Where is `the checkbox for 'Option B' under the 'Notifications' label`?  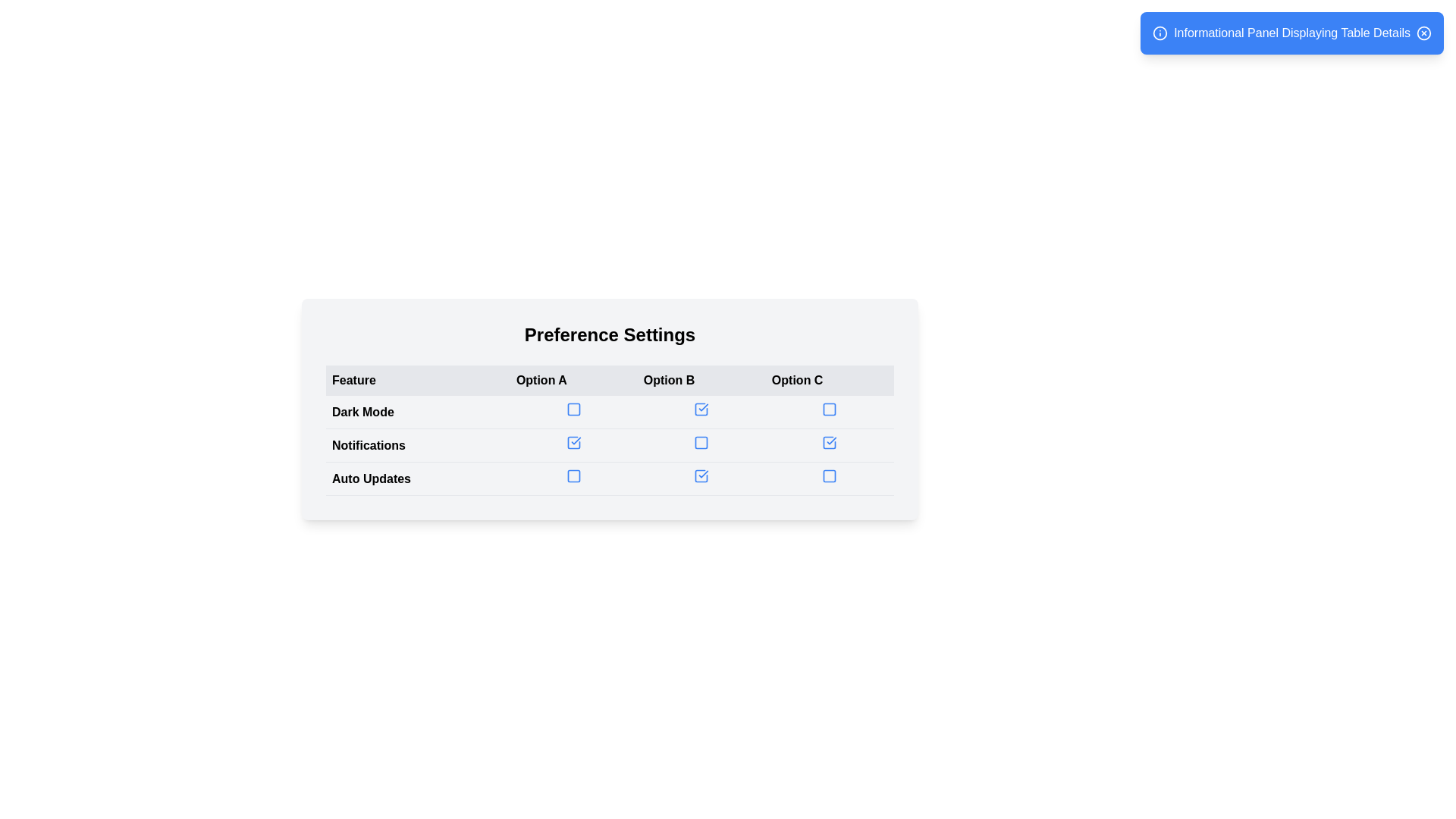
the checkbox for 'Option B' under the 'Notifications' label is located at coordinates (701, 444).